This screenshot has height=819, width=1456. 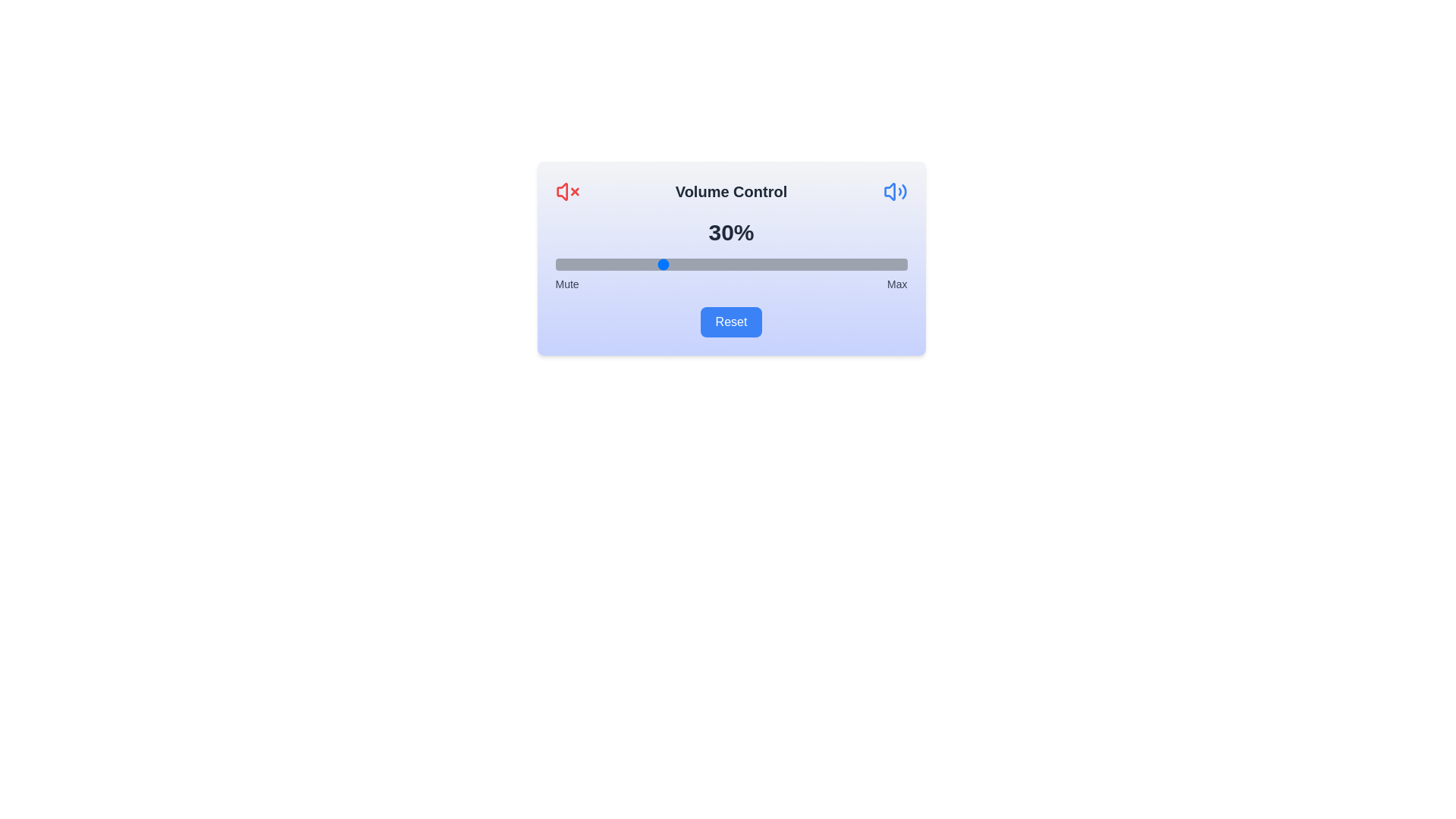 I want to click on the volume slider to a specific percentage, 70, so click(x=801, y=263).